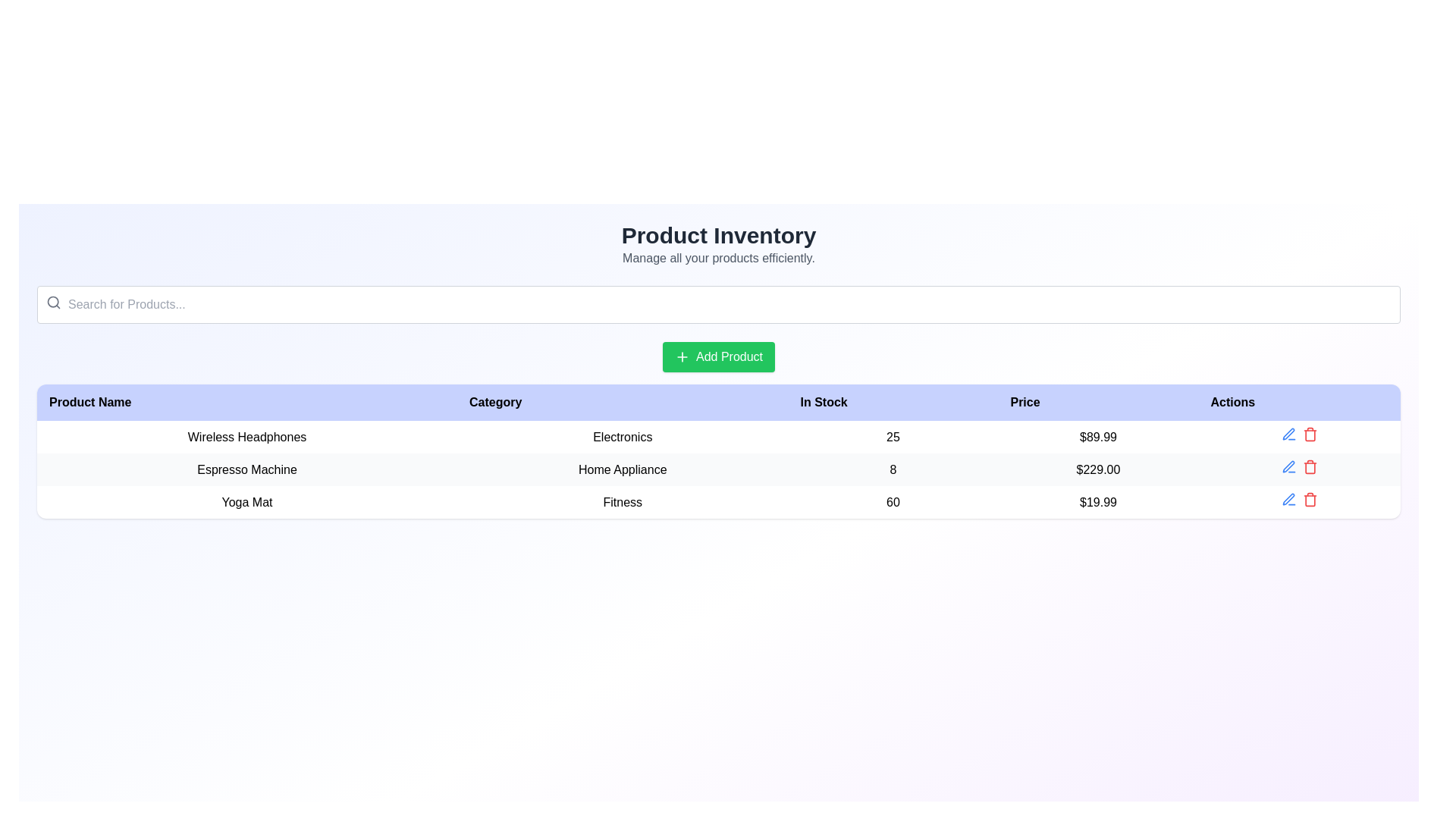  What do you see at coordinates (718, 356) in the screenshot?
I see `the 'Add Product' button located centrally between the 'Product Inventory' header and the product table to initiate adding a product` at bounding box center [718, 356].